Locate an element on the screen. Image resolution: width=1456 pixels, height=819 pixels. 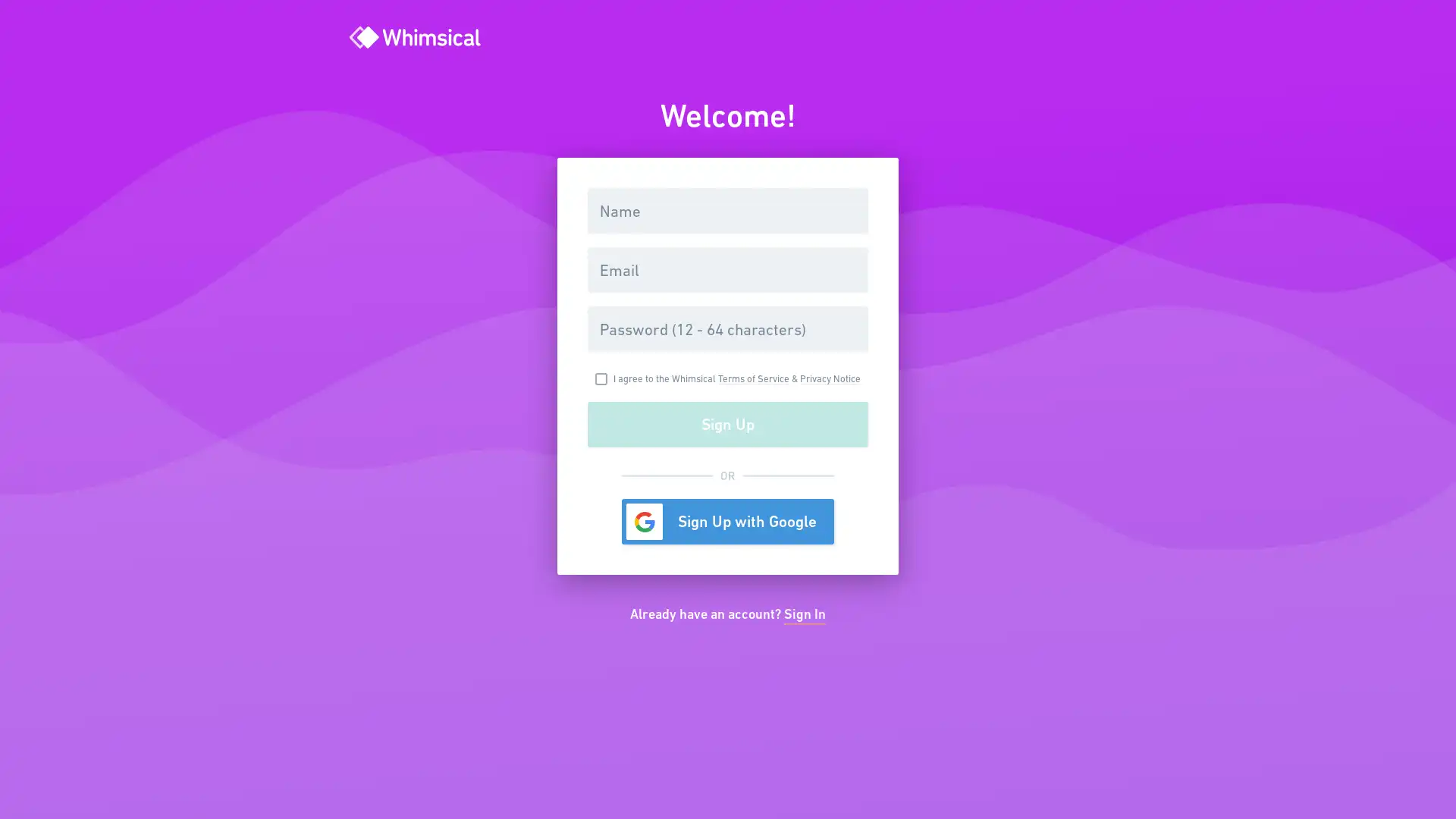
Sign Up with Google is located at coordinates (728, 520).